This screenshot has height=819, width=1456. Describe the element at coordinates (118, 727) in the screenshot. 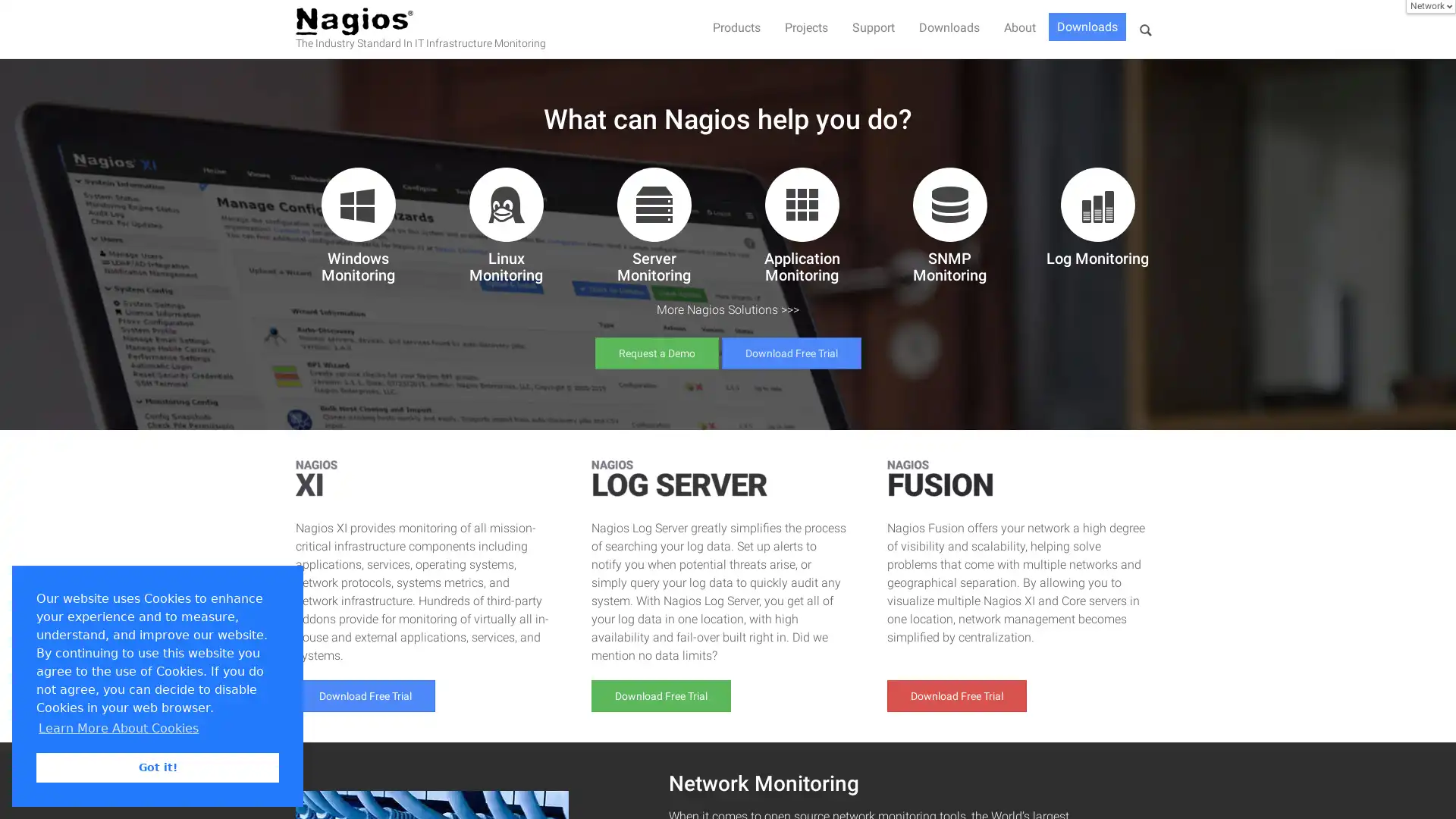

I see `learn more about cookies` at that location.